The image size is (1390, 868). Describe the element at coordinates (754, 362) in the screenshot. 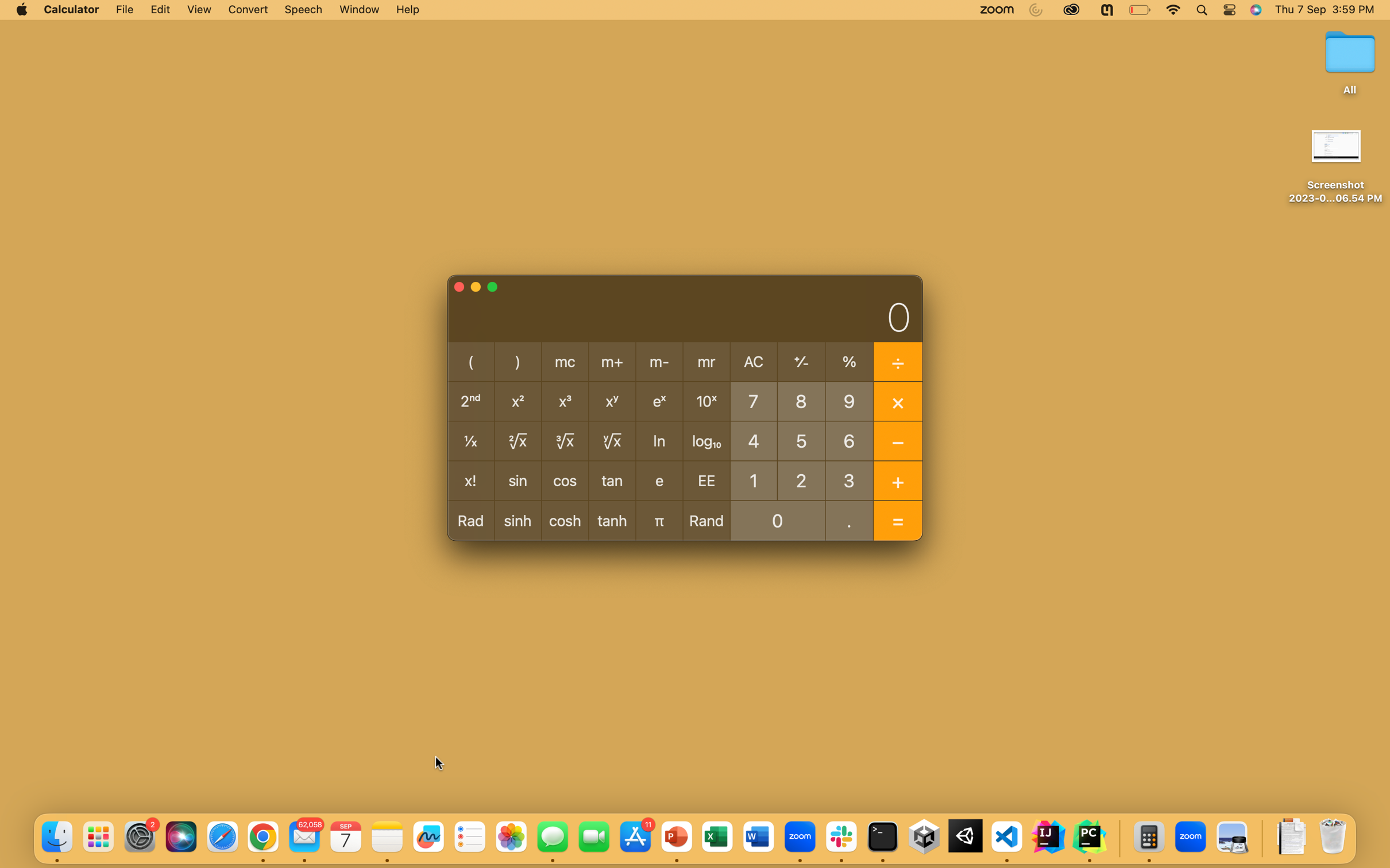

I see `Click AC to clear contents` at that location.